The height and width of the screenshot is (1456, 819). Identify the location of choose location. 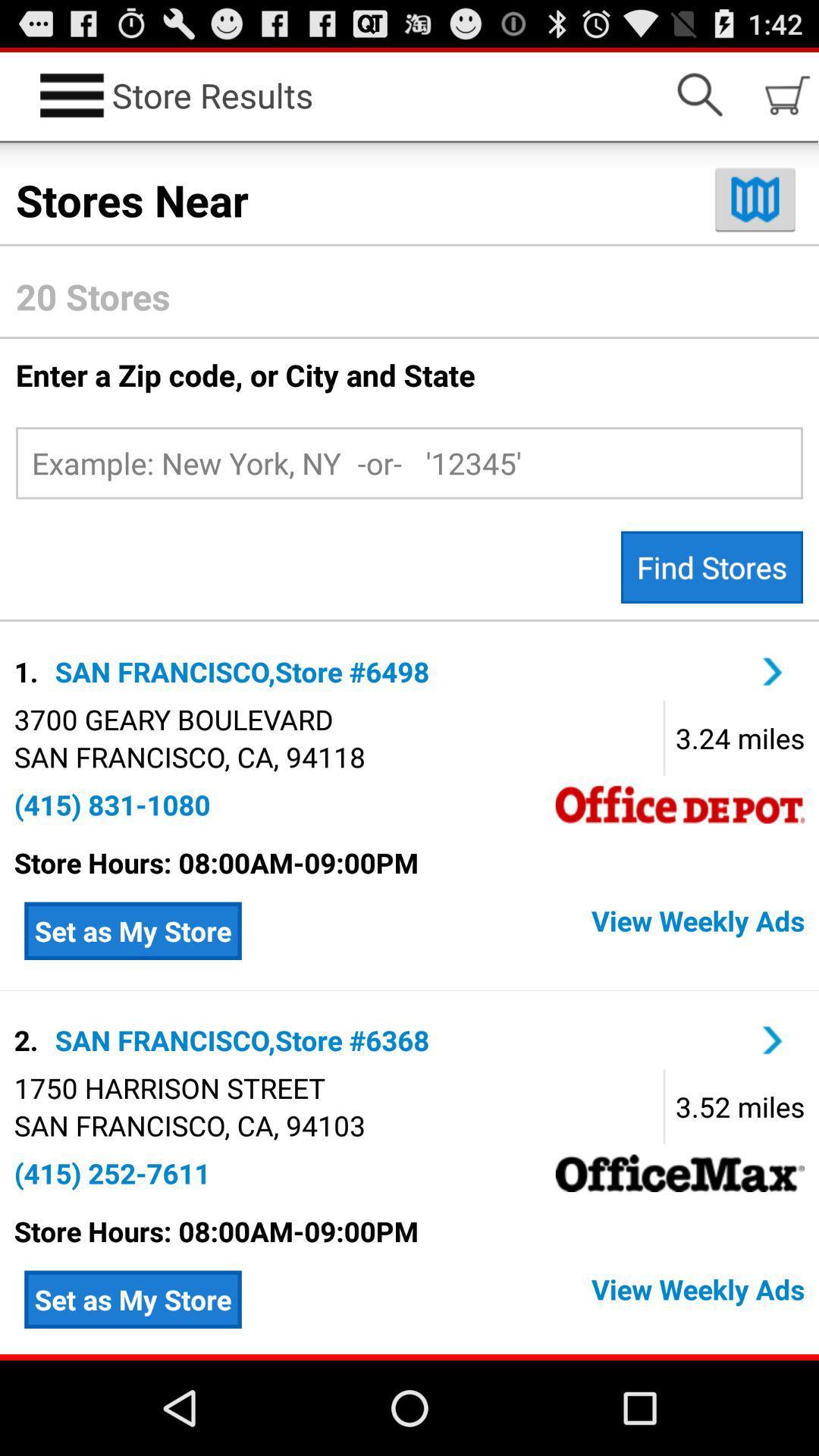
(773, 1039).